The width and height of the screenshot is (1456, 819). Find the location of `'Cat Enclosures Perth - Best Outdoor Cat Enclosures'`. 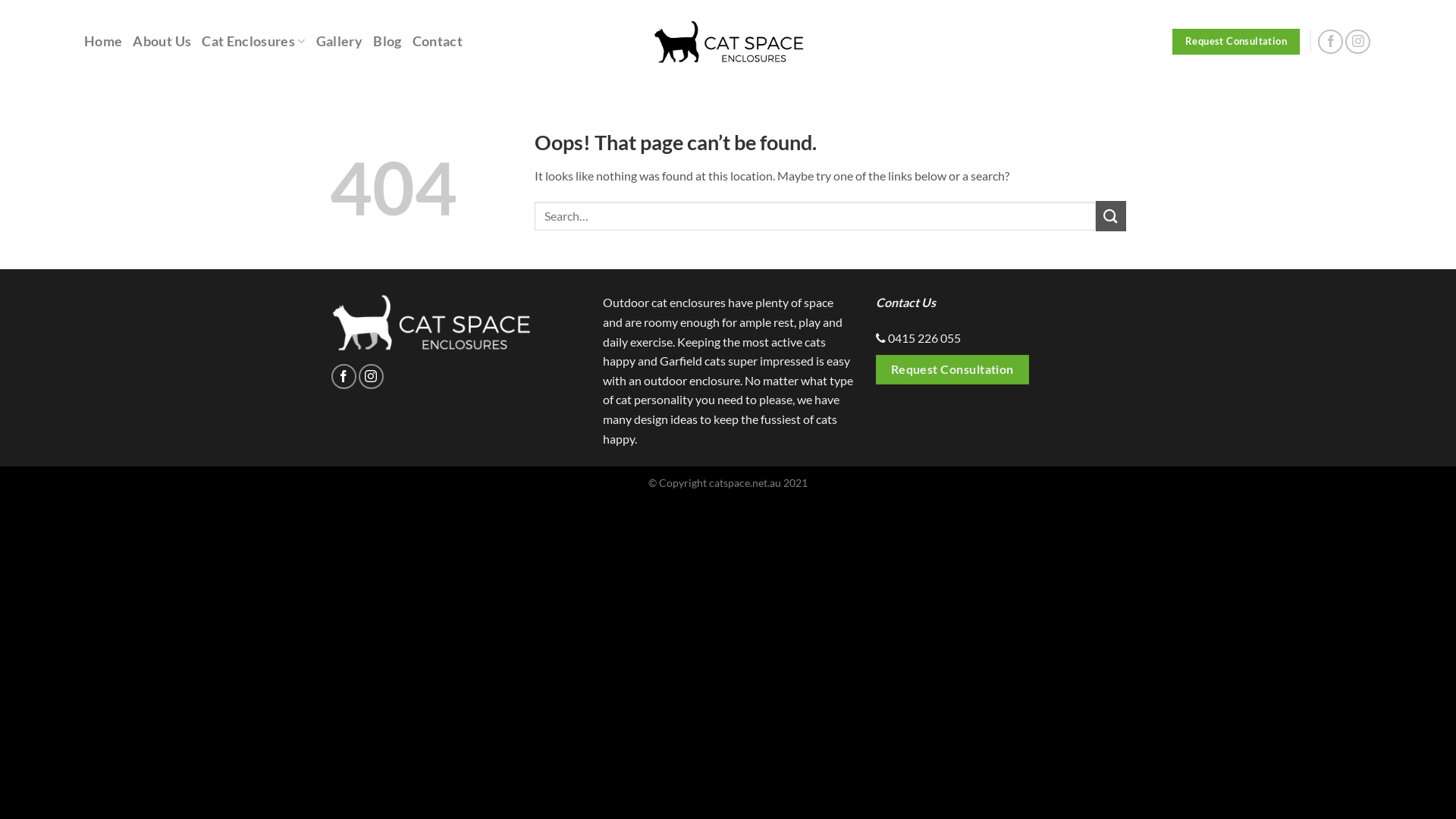

'Cat Enclosures Perth - Best Outdoor Cat Enclosures' is located at coordinates (728, 40).